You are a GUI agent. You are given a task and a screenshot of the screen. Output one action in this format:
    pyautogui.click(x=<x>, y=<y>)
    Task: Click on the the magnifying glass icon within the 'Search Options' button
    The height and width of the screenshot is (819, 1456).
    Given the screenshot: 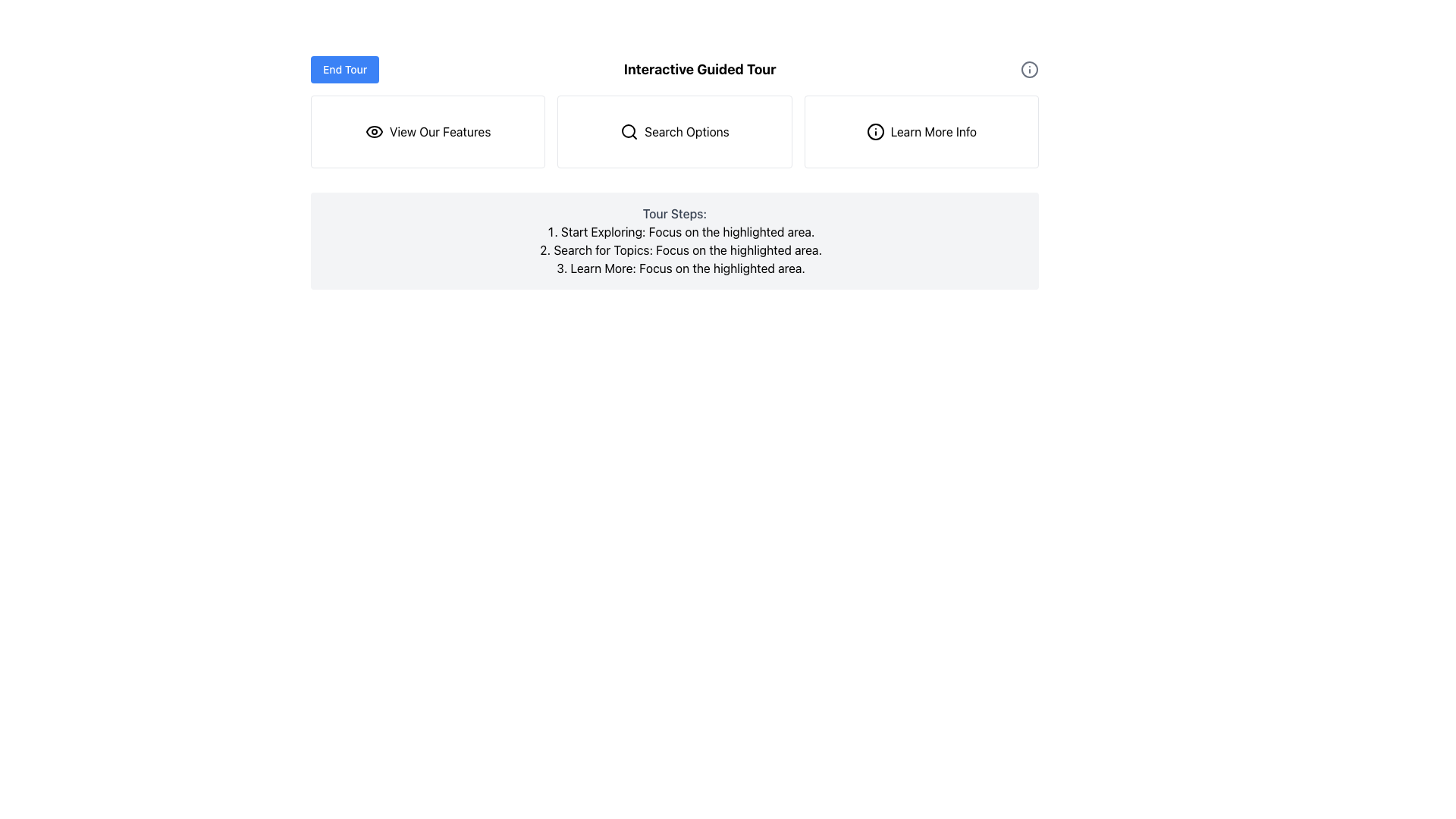 What is the action you would take?
    pyautogui.click(x=629, y=130)
    